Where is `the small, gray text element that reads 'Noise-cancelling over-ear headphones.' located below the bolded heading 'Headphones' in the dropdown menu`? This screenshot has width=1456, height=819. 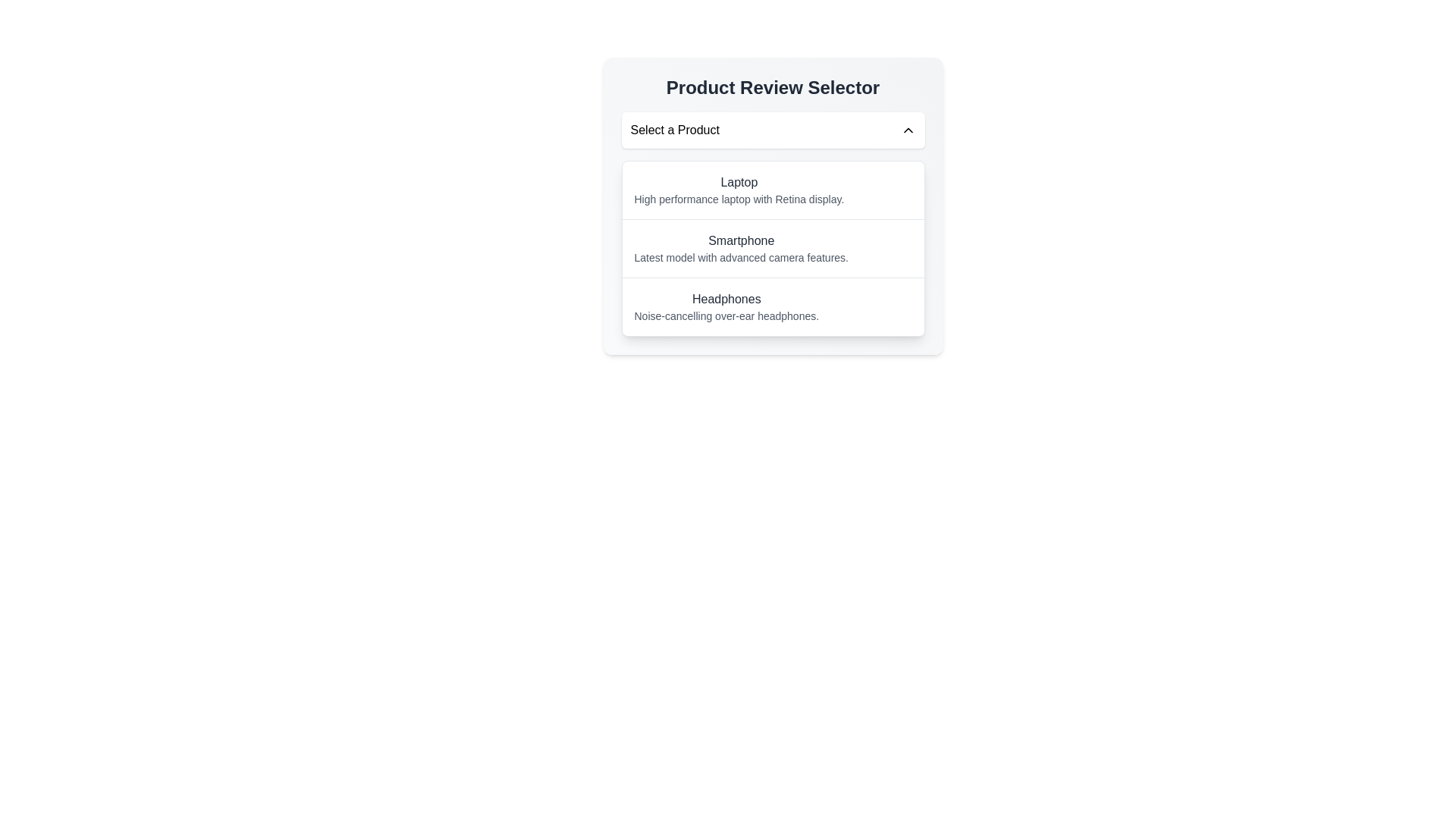 the small, gray text element that reads 'Noise-cancelling over-ear headphones.' located below the bolded heading 'Headphones' in the dropdown menu is located at coordinates (726, 315).